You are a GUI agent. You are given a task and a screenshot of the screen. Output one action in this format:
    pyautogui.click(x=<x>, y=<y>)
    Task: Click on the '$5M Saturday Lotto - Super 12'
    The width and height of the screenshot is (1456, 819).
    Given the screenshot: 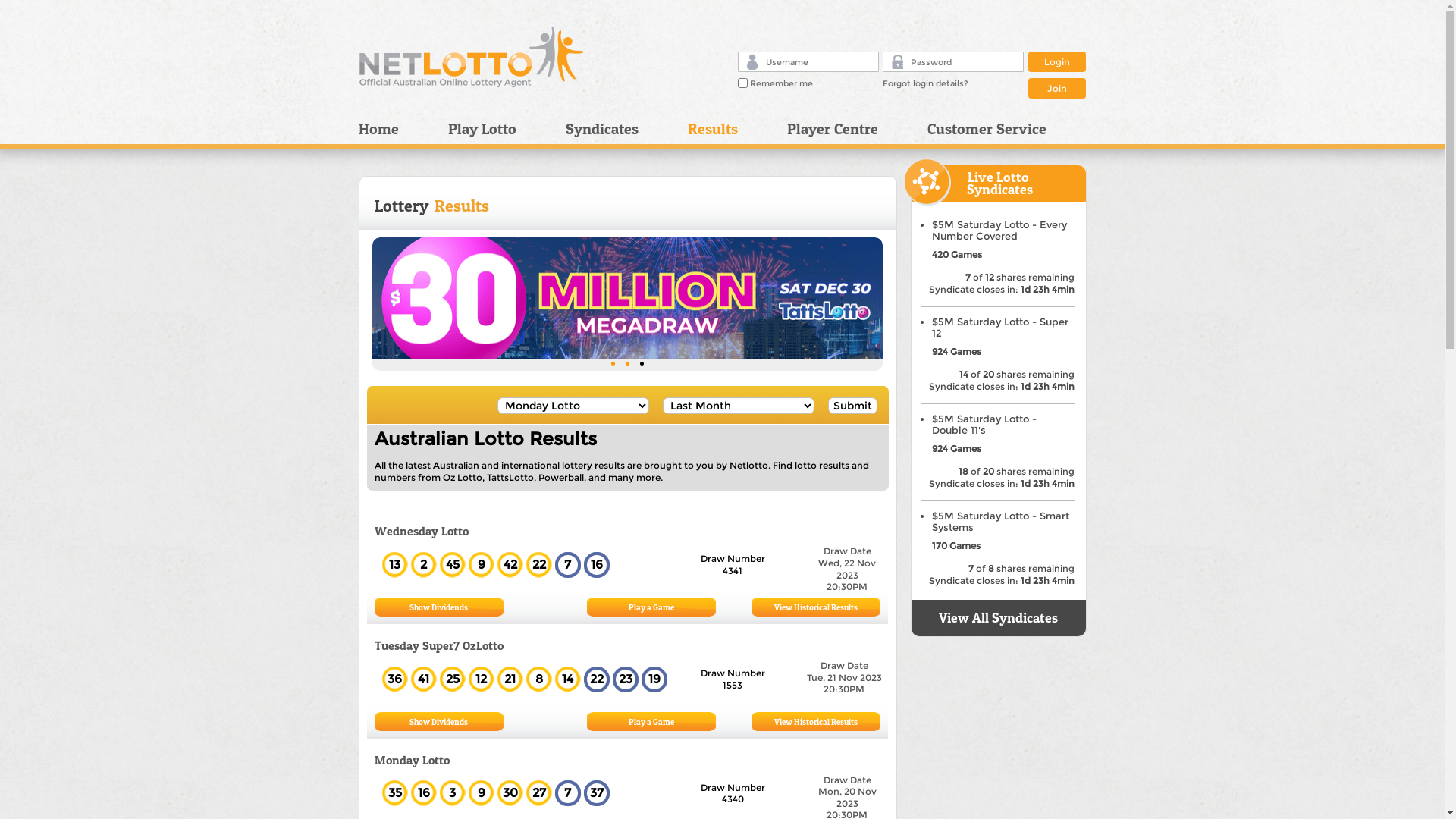 What is the action you would take?
    pyautogui.click(x=930, y=327)
    